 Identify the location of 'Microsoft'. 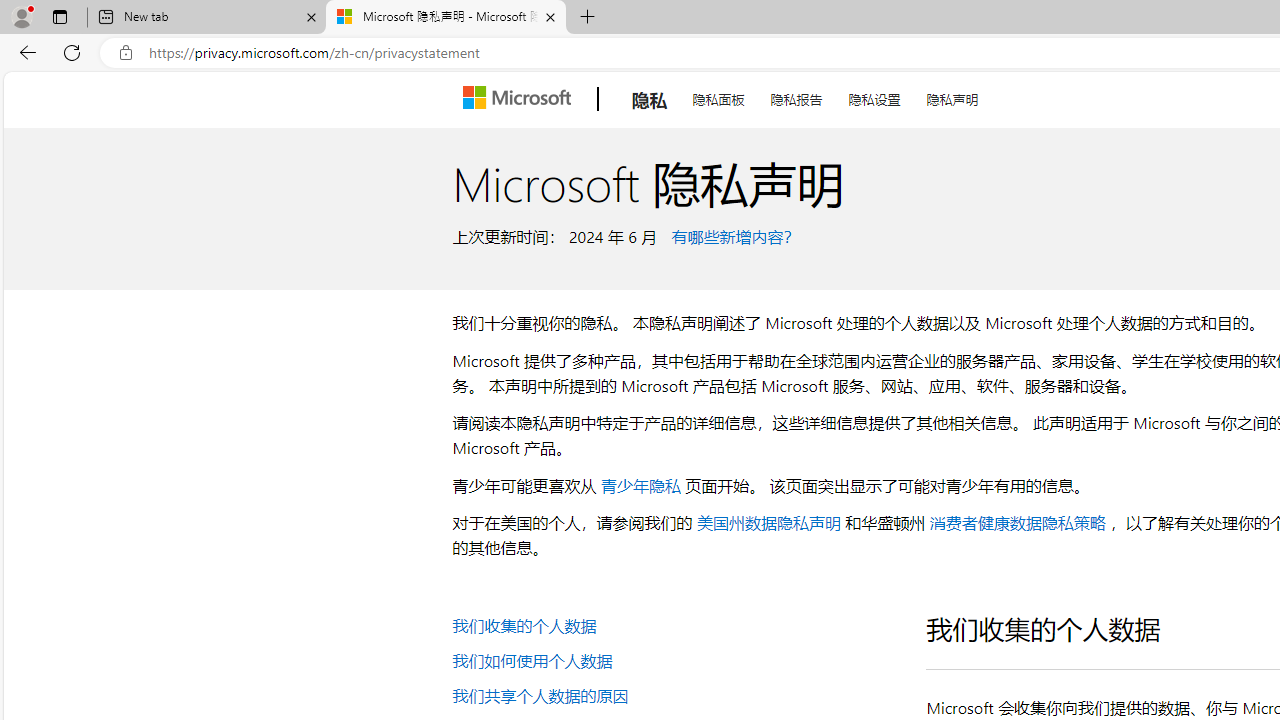
(520, 99).